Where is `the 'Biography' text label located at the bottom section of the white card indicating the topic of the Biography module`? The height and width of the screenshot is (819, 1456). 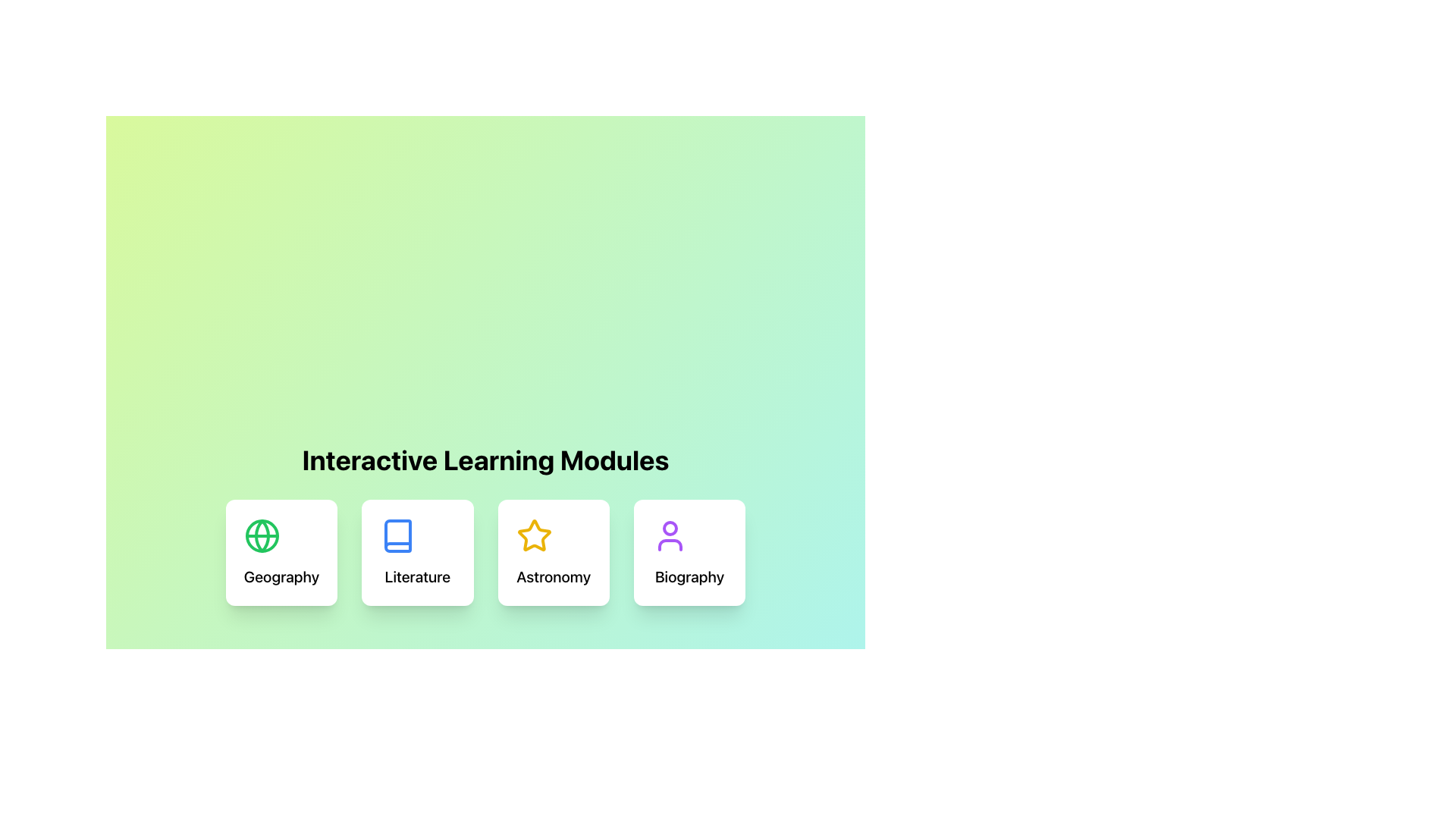 the 'Biography' text label located at the bottom section of the white card indicating the topic of the Biography module is located at coordinates (689, 576).